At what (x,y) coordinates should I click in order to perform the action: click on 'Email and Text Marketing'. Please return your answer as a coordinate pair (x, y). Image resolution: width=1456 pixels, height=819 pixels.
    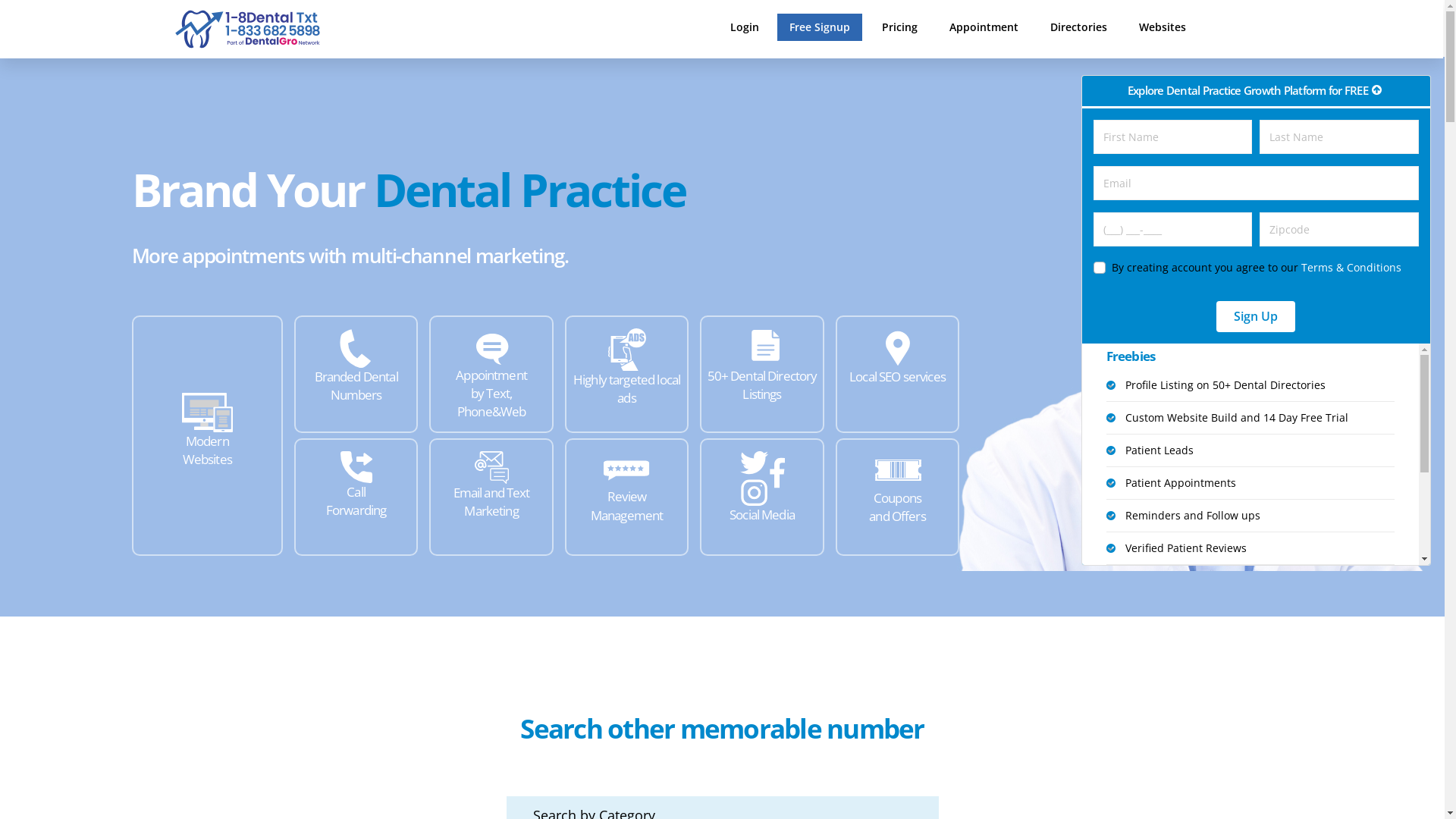
    Looking at the image, I should click on (491, 497).